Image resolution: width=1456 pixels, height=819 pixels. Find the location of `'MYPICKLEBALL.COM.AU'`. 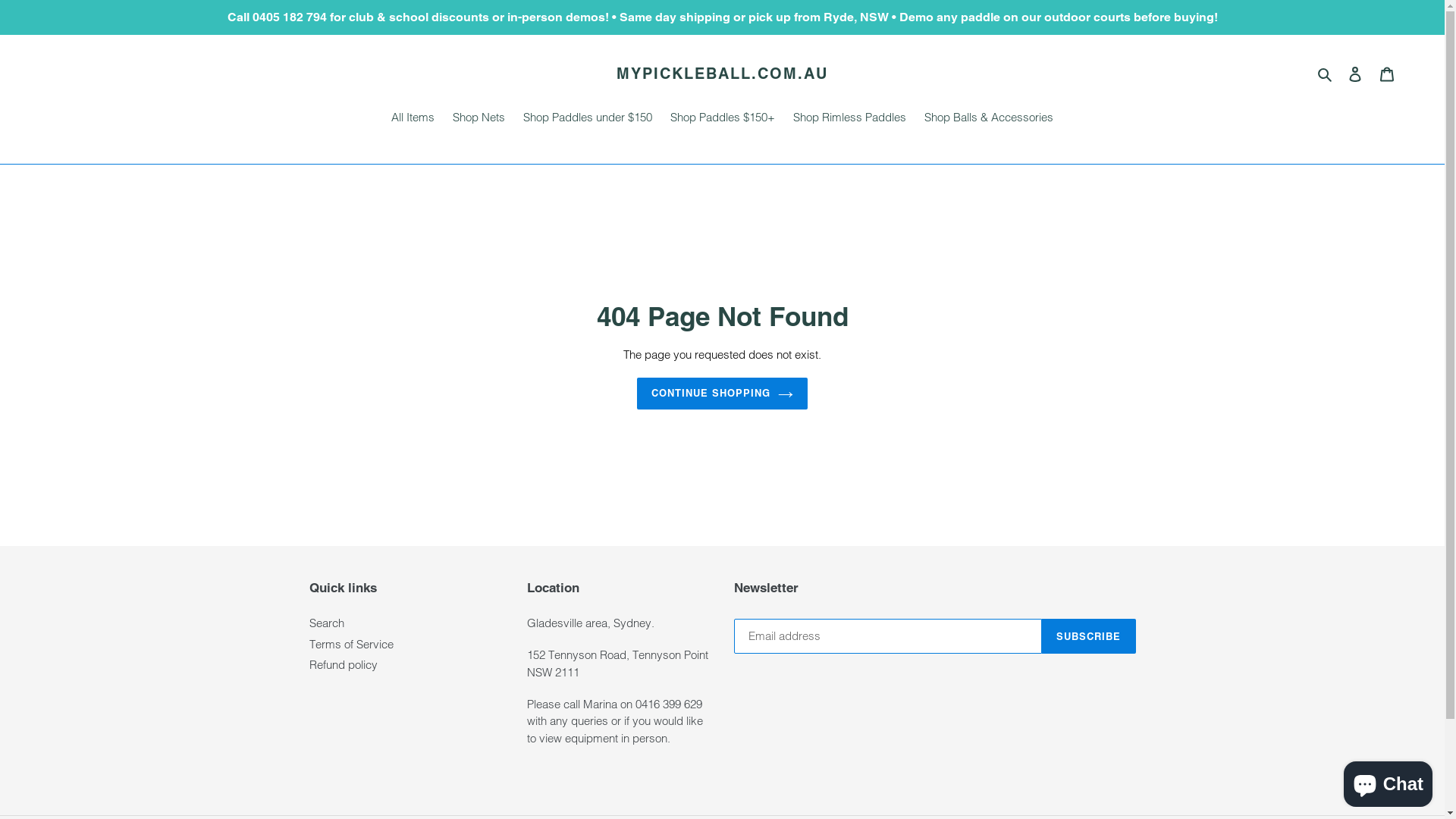

'MYPICKLEBALL.COM.AU' is located at coordinates (721, 73).